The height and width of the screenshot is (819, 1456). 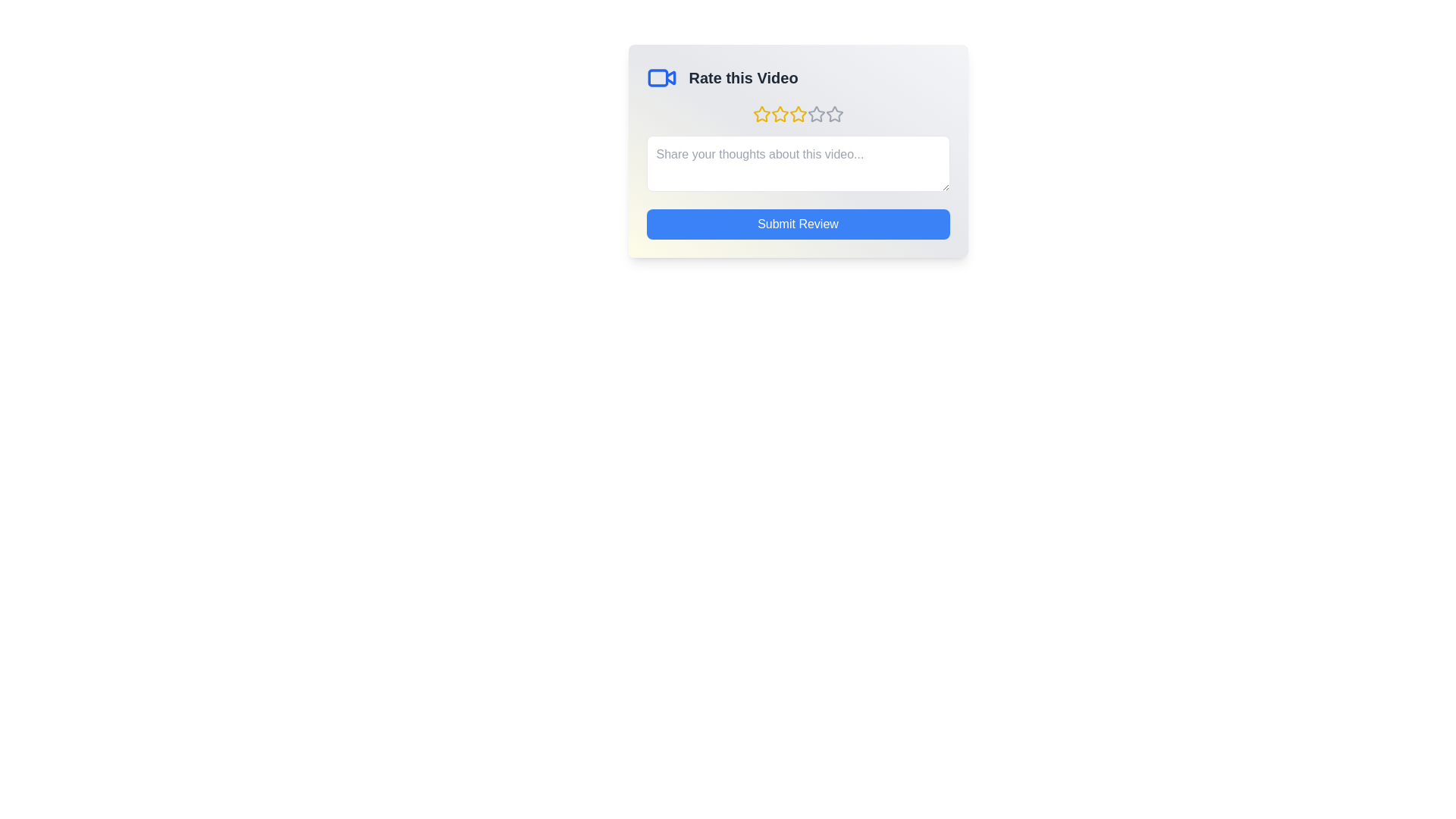 What do you see at coordinates (780, 113) in the screenshot?
I see `the star corresponding to 2 stars to preview the rating` at bounding box center [780, 113].